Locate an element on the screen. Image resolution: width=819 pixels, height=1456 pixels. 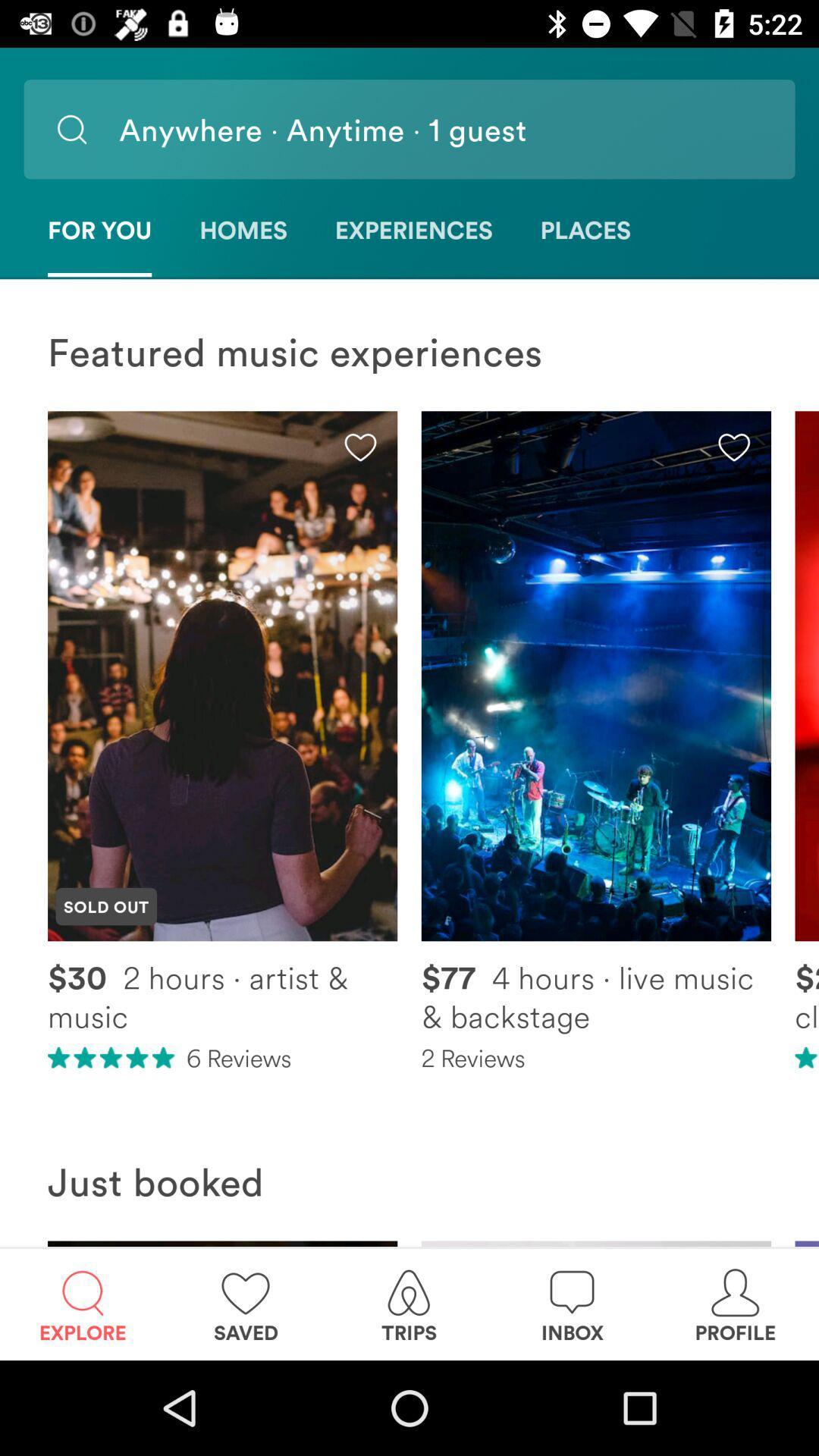
the search icon is located at coordinates (71, 129).